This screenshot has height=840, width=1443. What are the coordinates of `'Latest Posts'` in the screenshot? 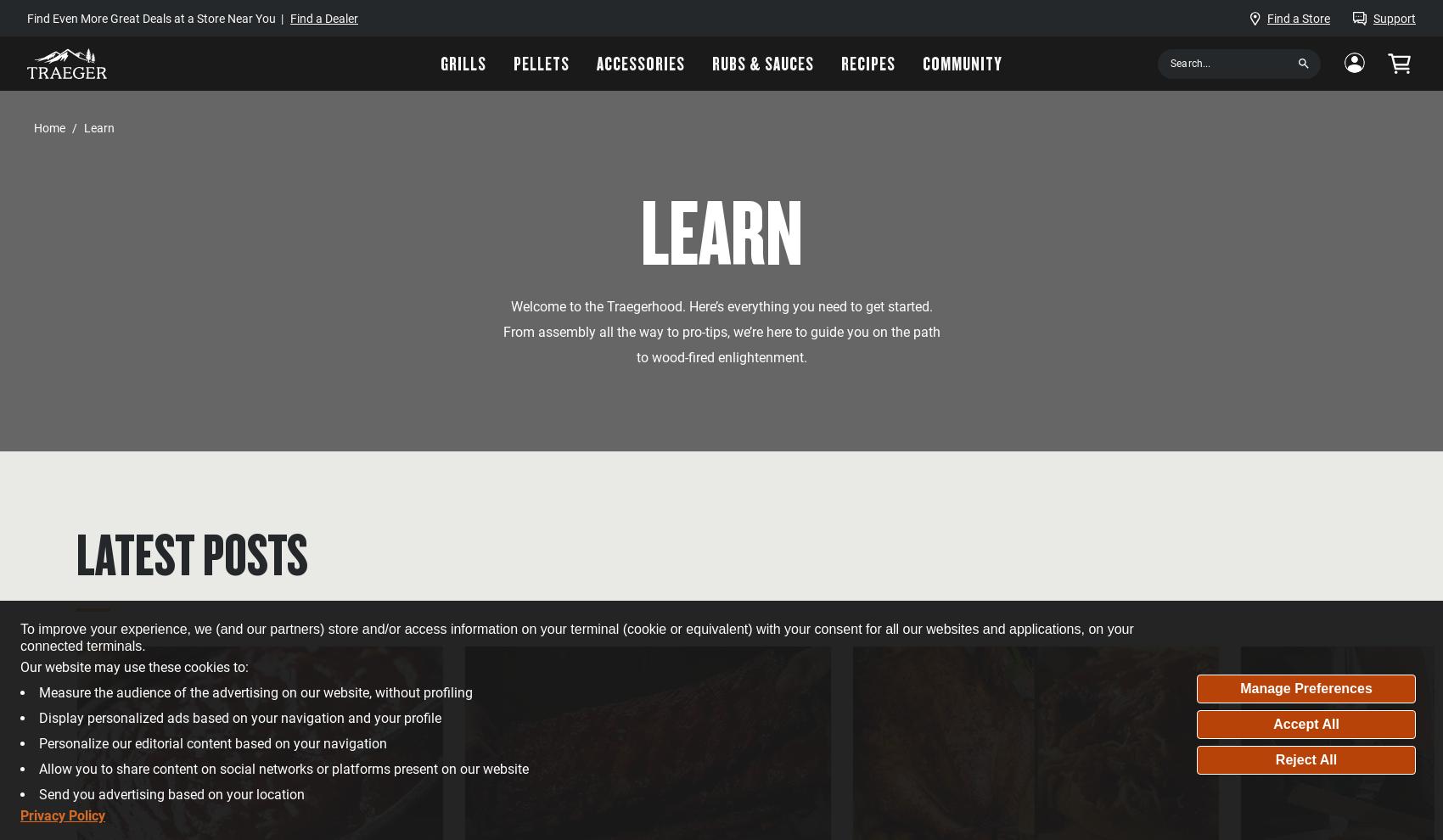 It's located at (192, 553).